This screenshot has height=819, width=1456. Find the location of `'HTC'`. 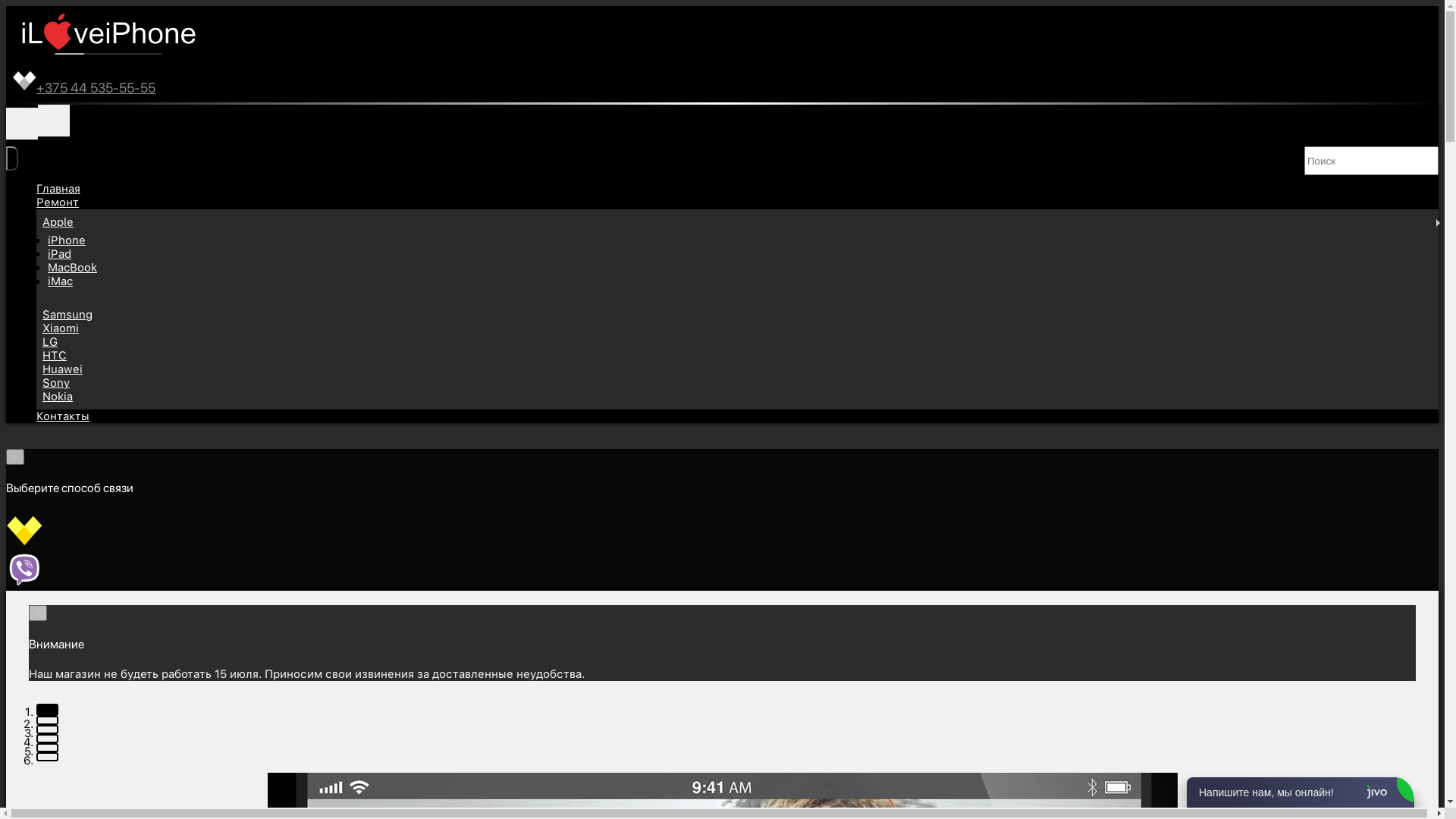

'HTC' is located at coordinates (42, 356).